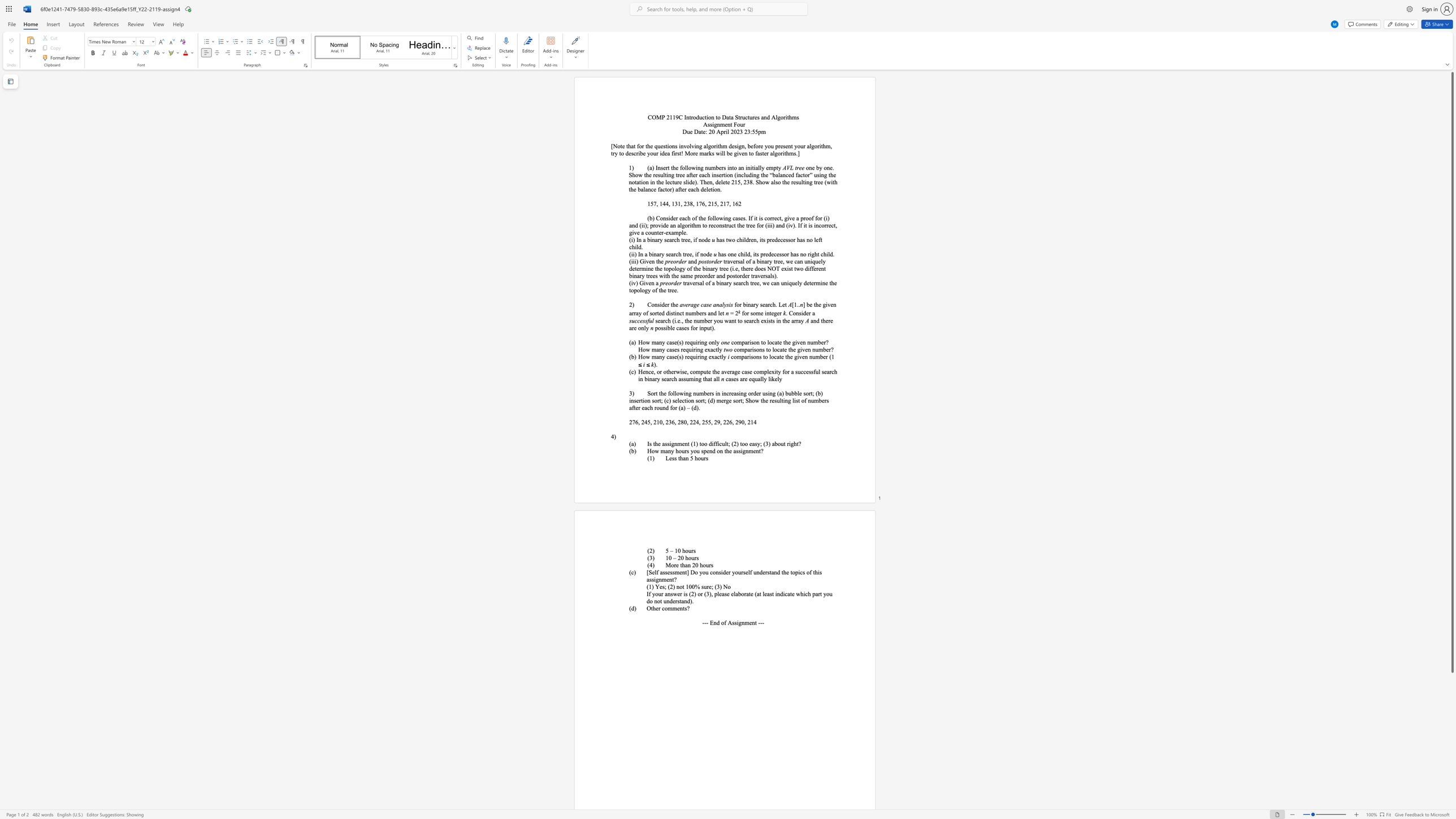 This screenshot has height=819, width=1456. I want to click on the 2th character "s" in the text, so click(643, 320).